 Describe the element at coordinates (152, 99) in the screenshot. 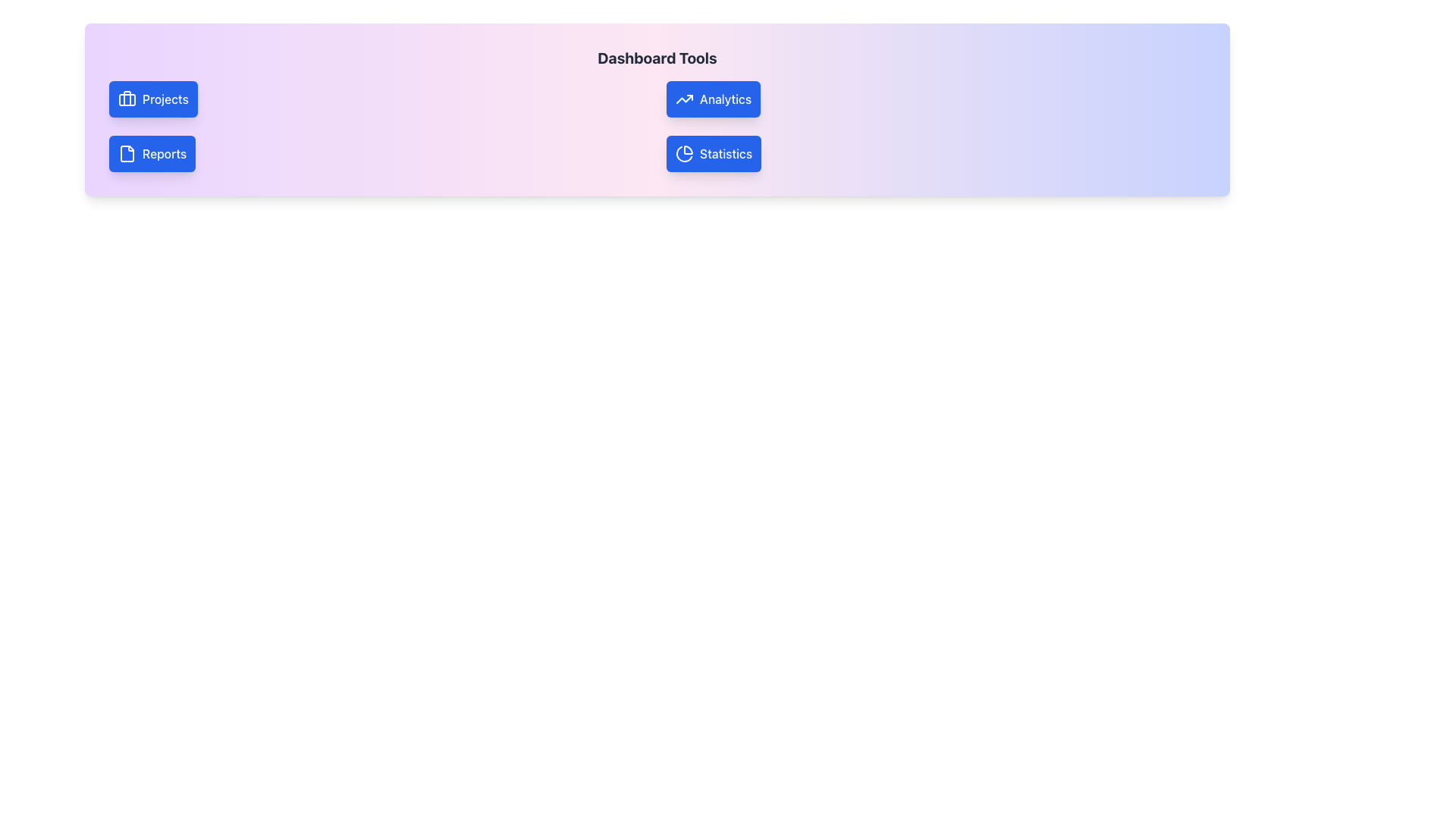

I see `the rectangular button with a blue background labeled 'Projects'` at that location.